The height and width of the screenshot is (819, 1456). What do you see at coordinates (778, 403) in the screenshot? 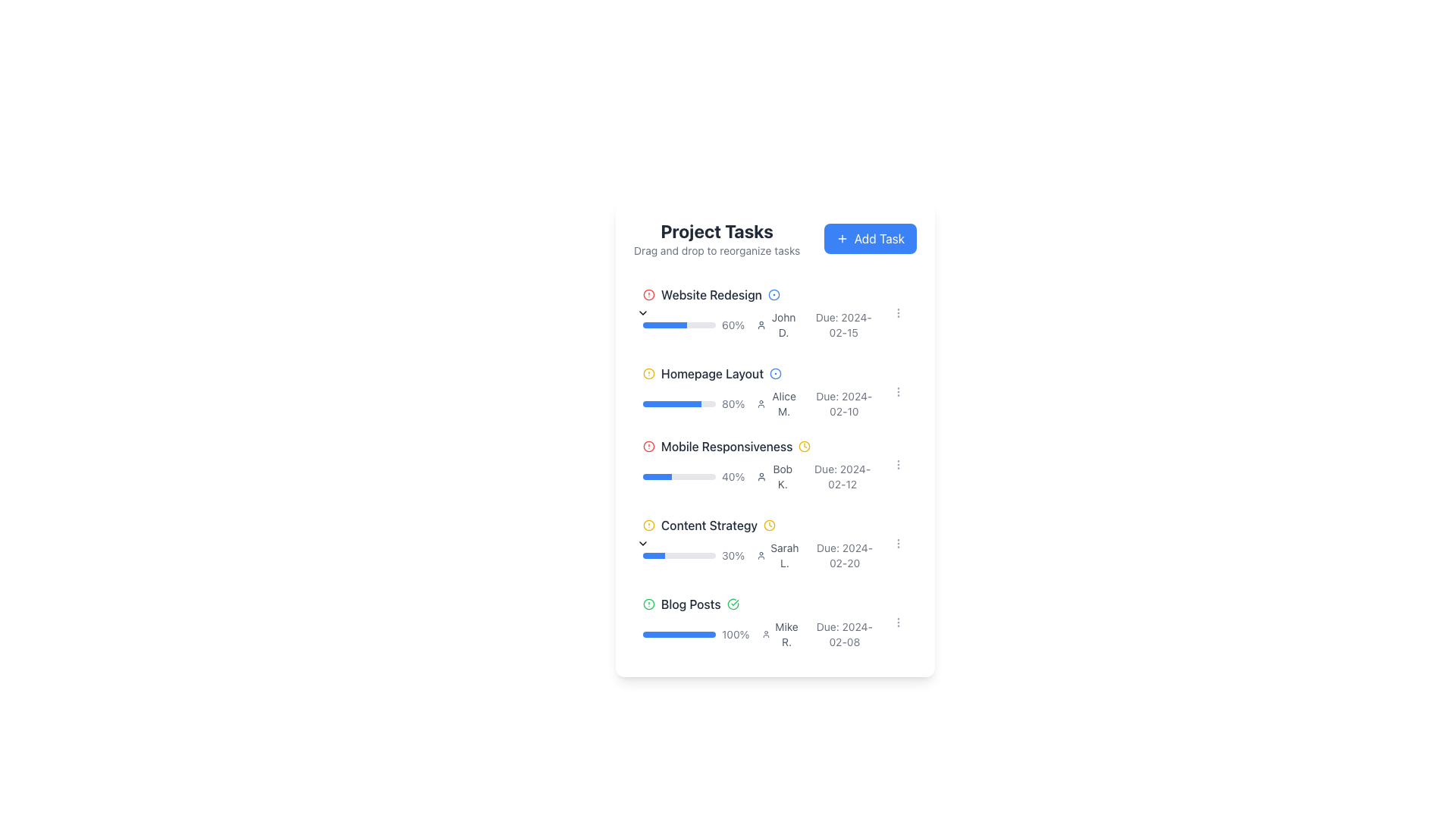
I see `the Label with an icon displaying the name of the person assigned to the task for the project element titled 'Homepage Layout', located to the right of the progress bar and below the task title` at bounding box center [778, 403].